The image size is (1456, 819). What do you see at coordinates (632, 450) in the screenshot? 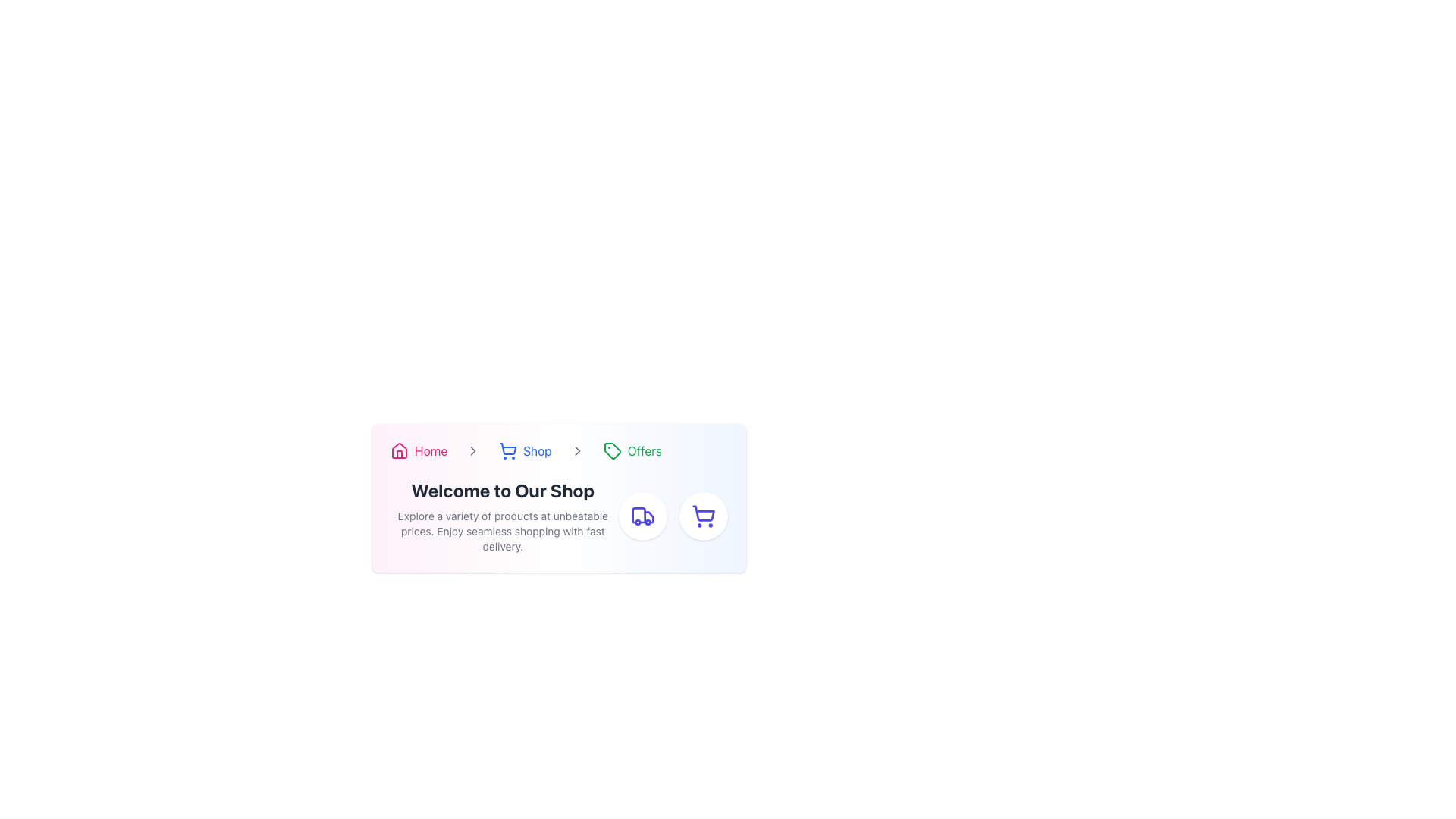
I see `the 'Offers' link with a price tag icon, which is the third item in the breadcrumb navigation, located near the top-left of the interface` at bounding box center [632, 450].